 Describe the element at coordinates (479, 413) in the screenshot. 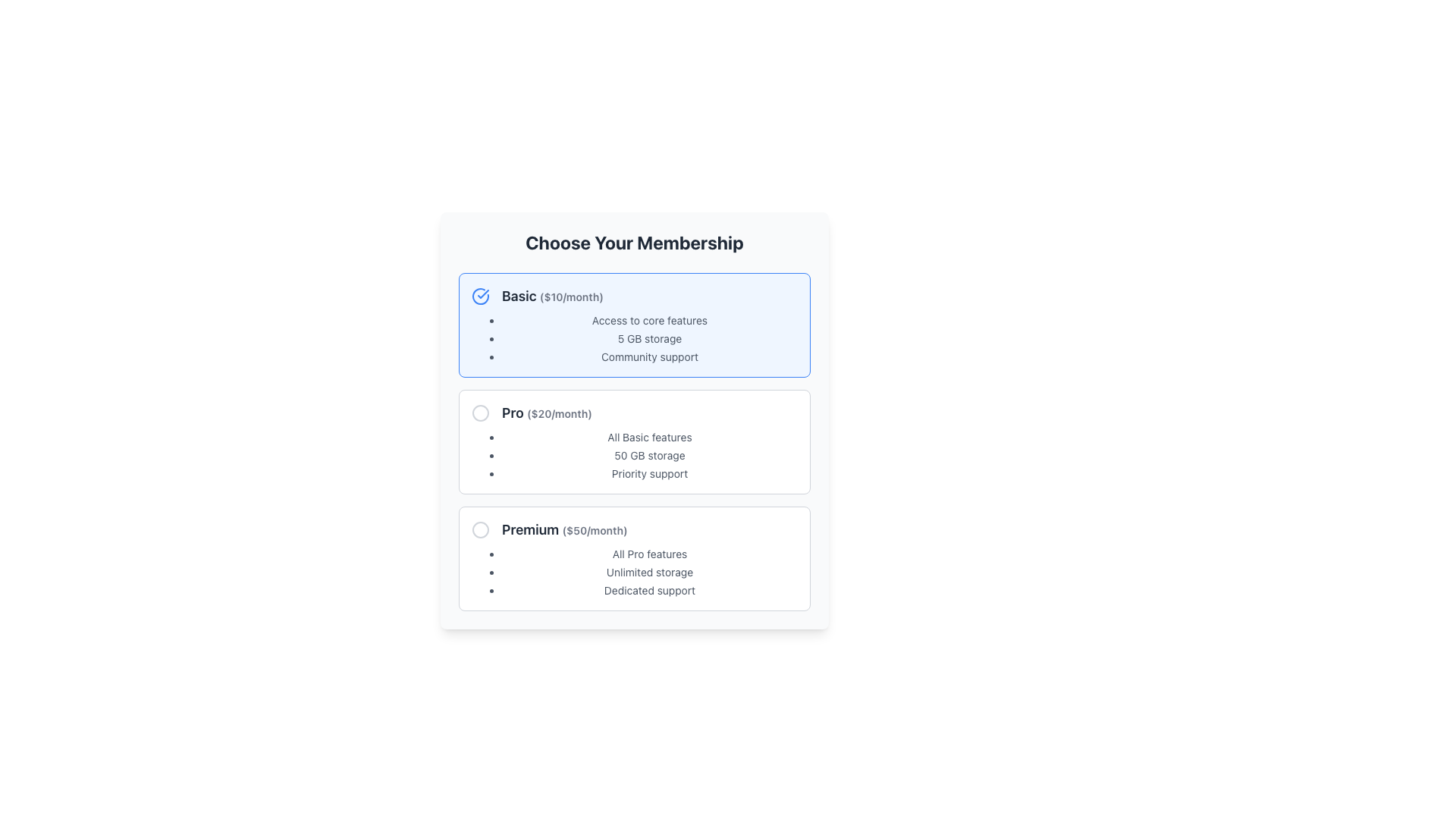

I see `the SVG Circle that indicates the selection status of the 'Pro' membership option, located centrally within the 'Pro' membership section` at that location.